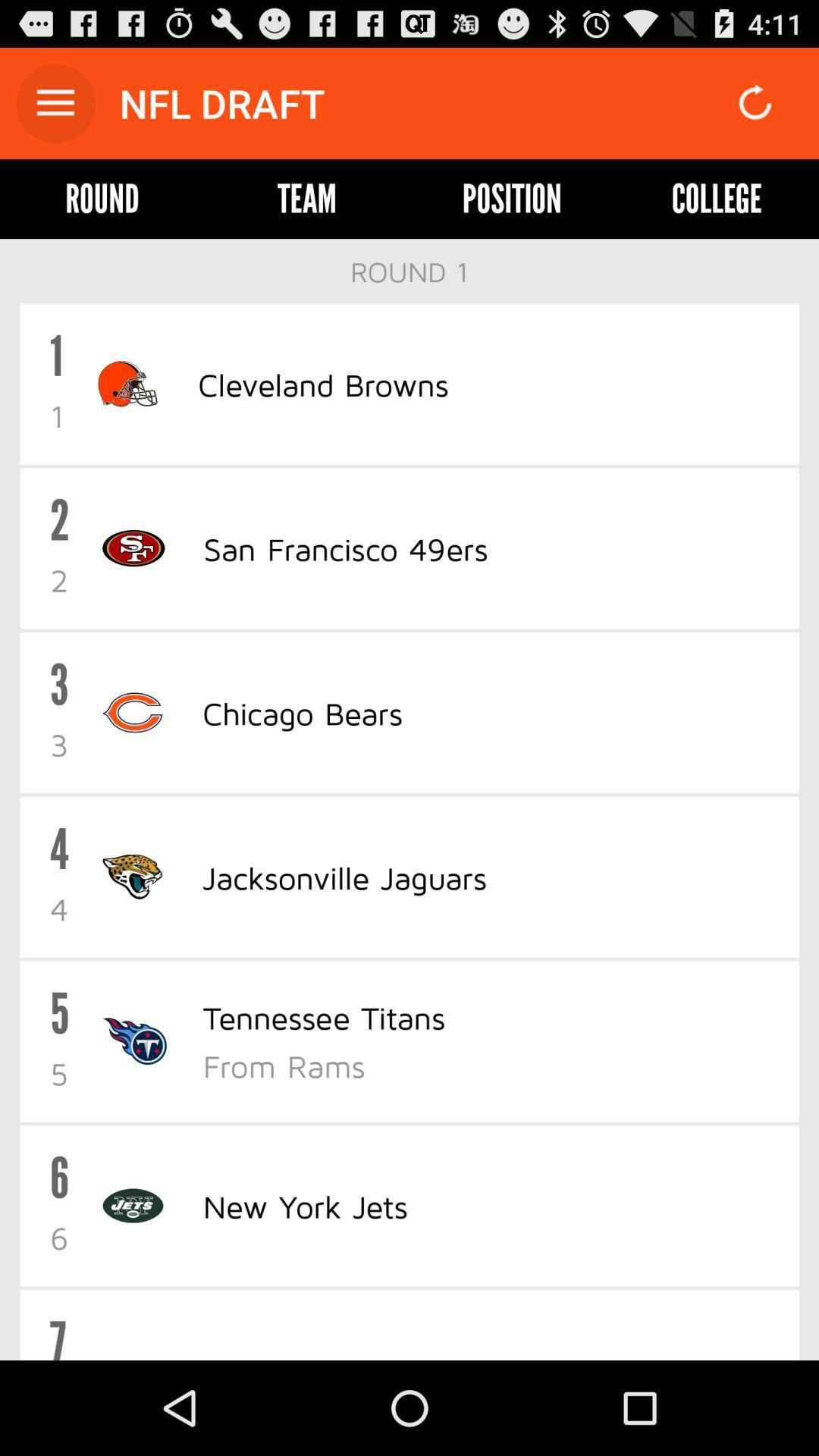 This screenshot has height=1456, width=819. I want to click on chicago bears icon, so click(302, 712).